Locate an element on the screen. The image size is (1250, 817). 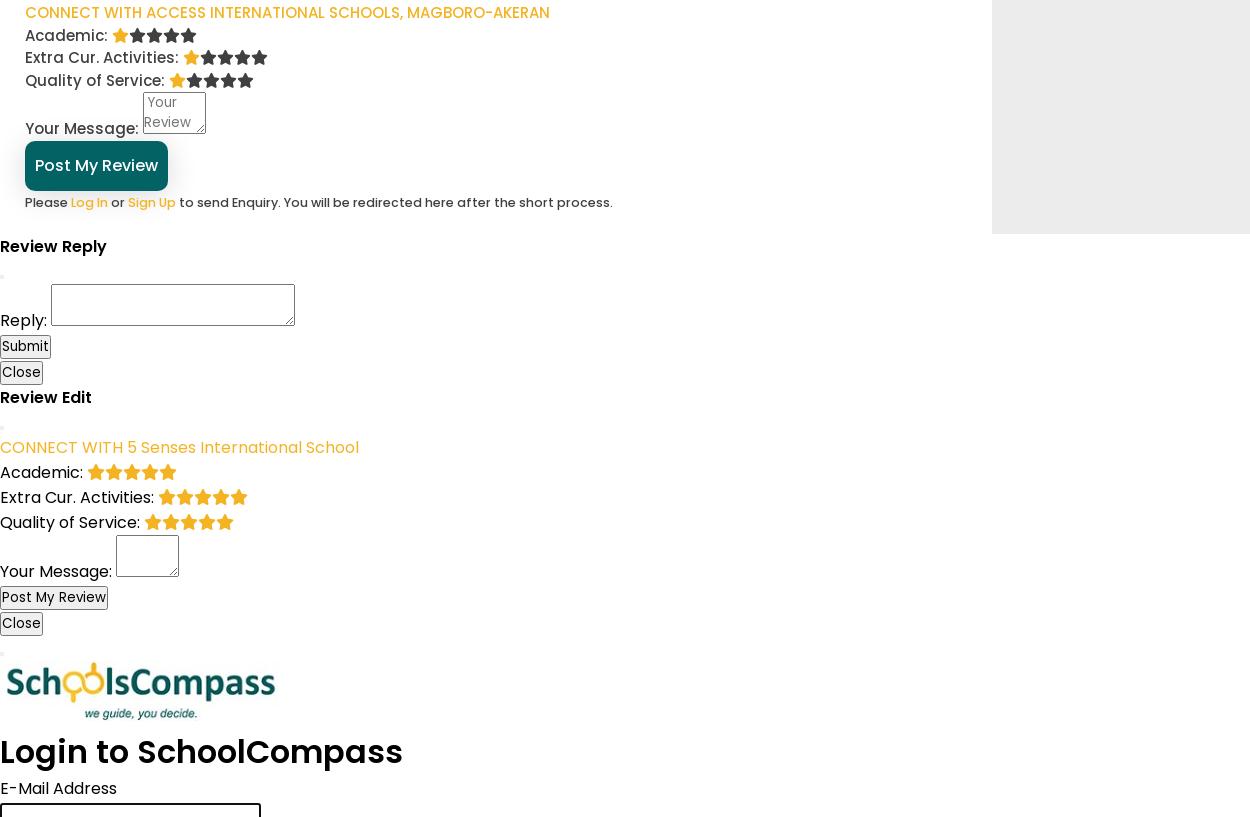
'to send Enquiry. You will be redirected here after the short process.' is located at coordinates (394, 200).